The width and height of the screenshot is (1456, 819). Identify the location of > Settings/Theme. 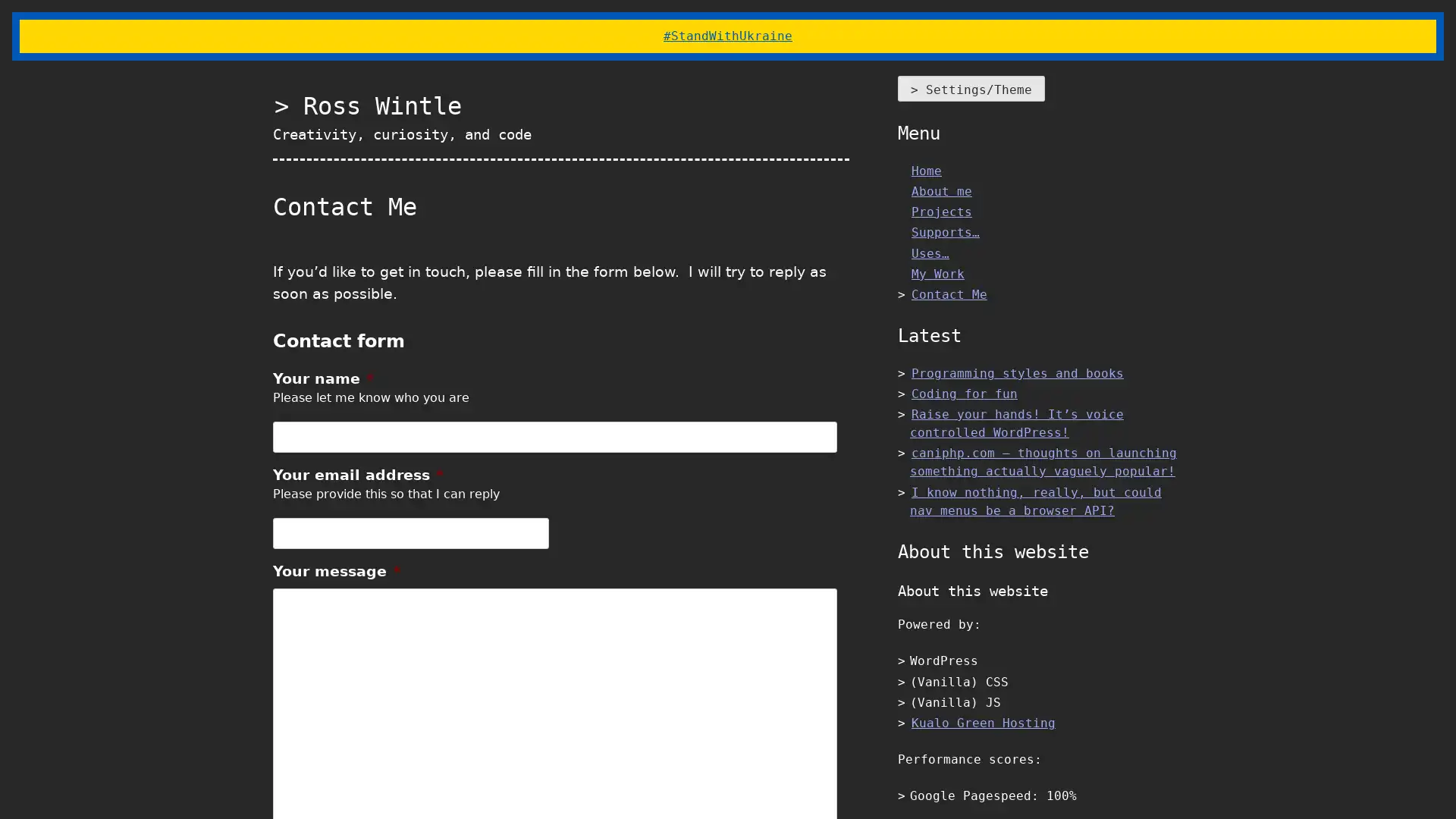
(971, 88).